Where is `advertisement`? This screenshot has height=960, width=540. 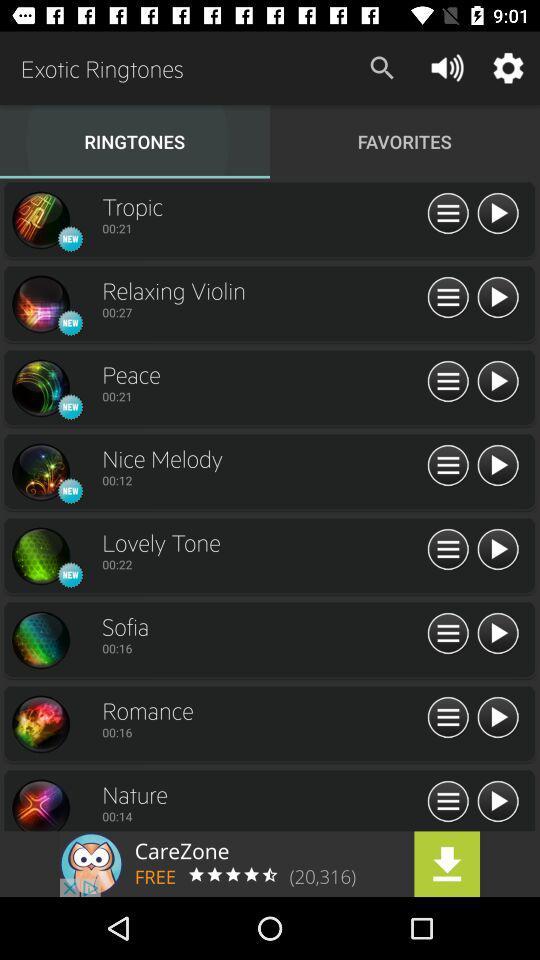 advertisement is located at coordinates (496, 550).